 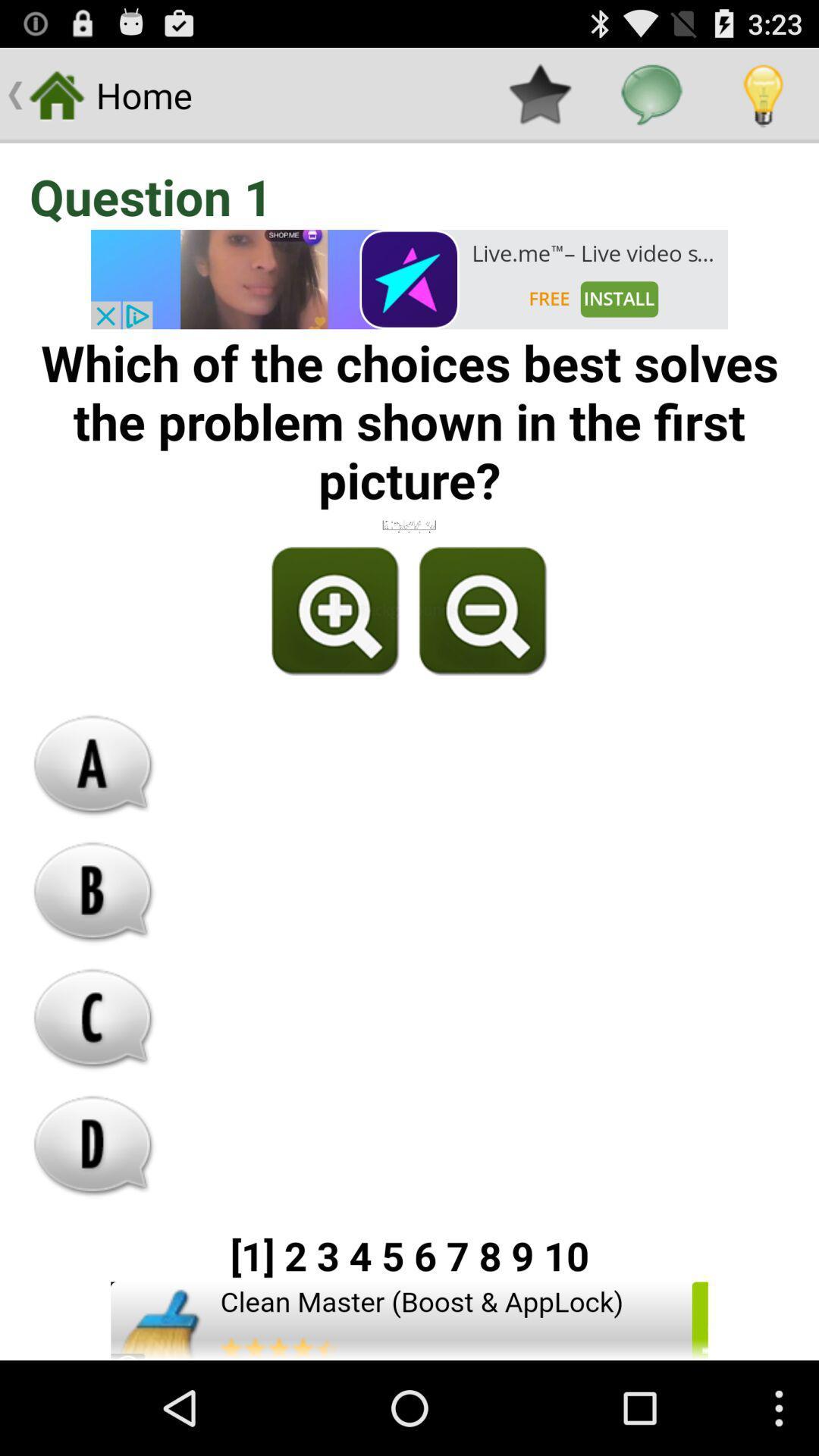 I want to click on the chat icon below the first chat icon on the web page, so click(x=93, y=892).